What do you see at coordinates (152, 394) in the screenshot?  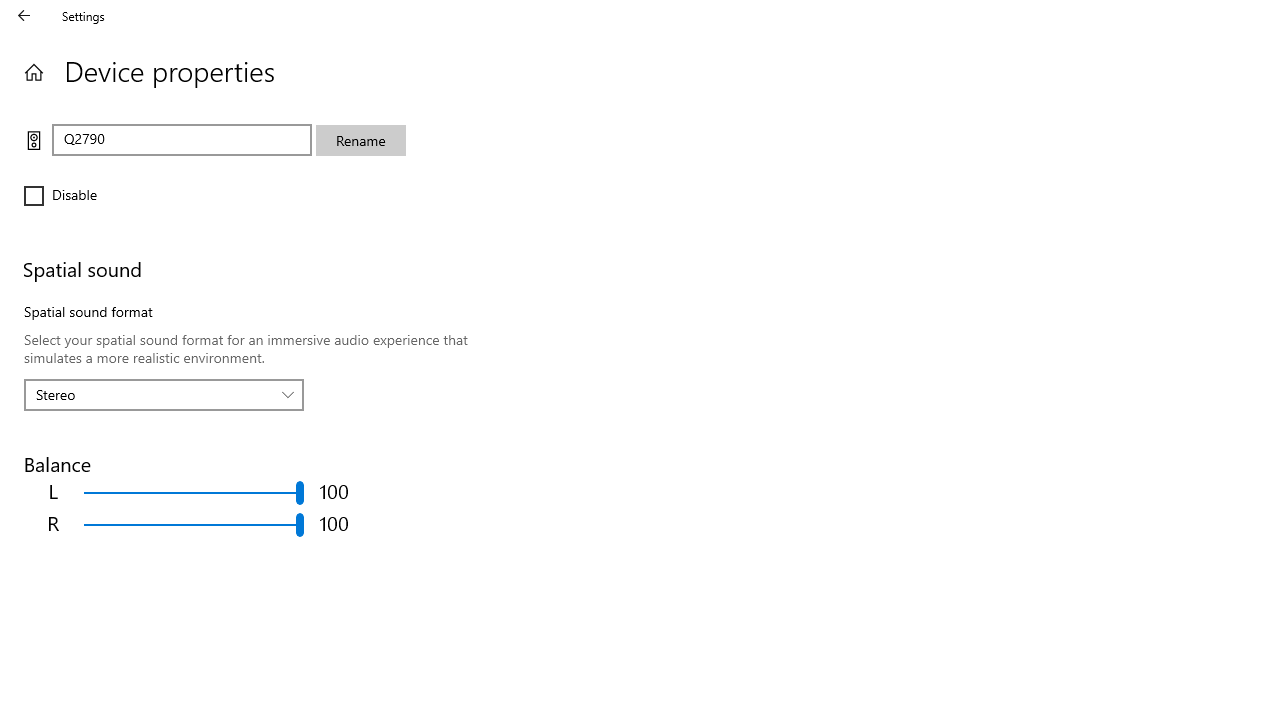 I see `'Stereo'` at bounding box center [152, 394].